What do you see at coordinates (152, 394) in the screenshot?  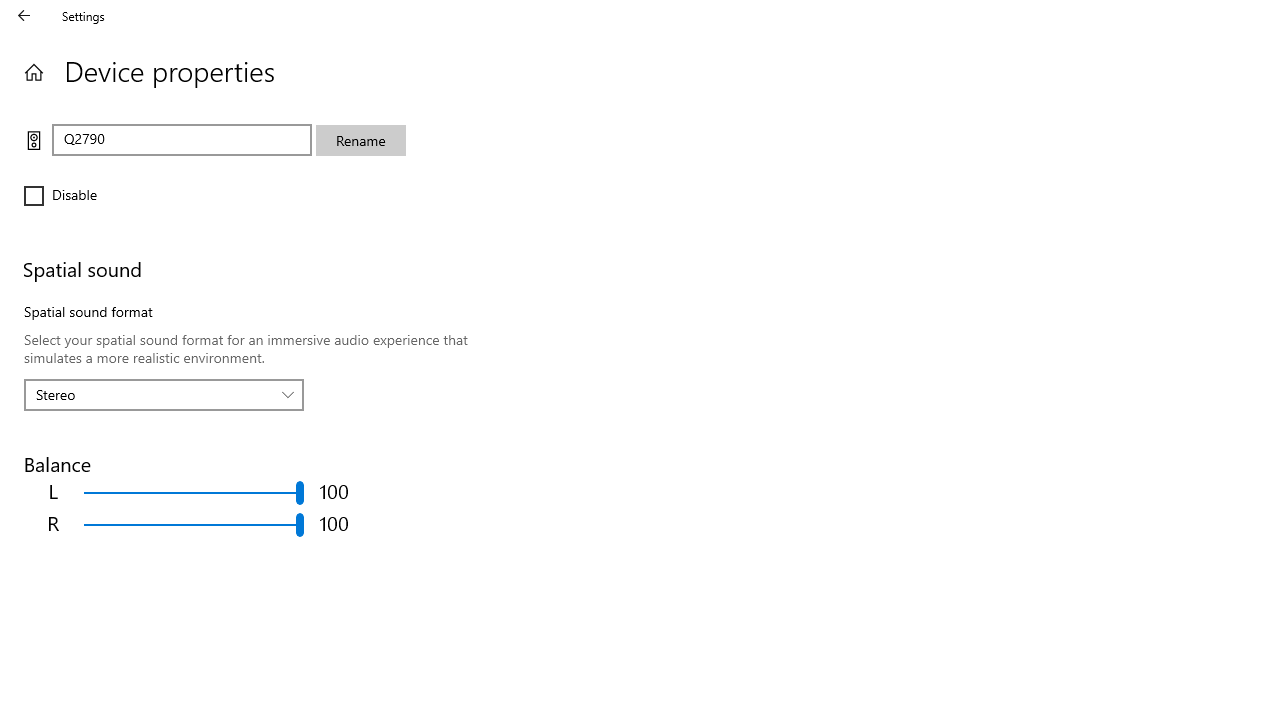 I see `'Stereo'` at bounding box center [152, 394].